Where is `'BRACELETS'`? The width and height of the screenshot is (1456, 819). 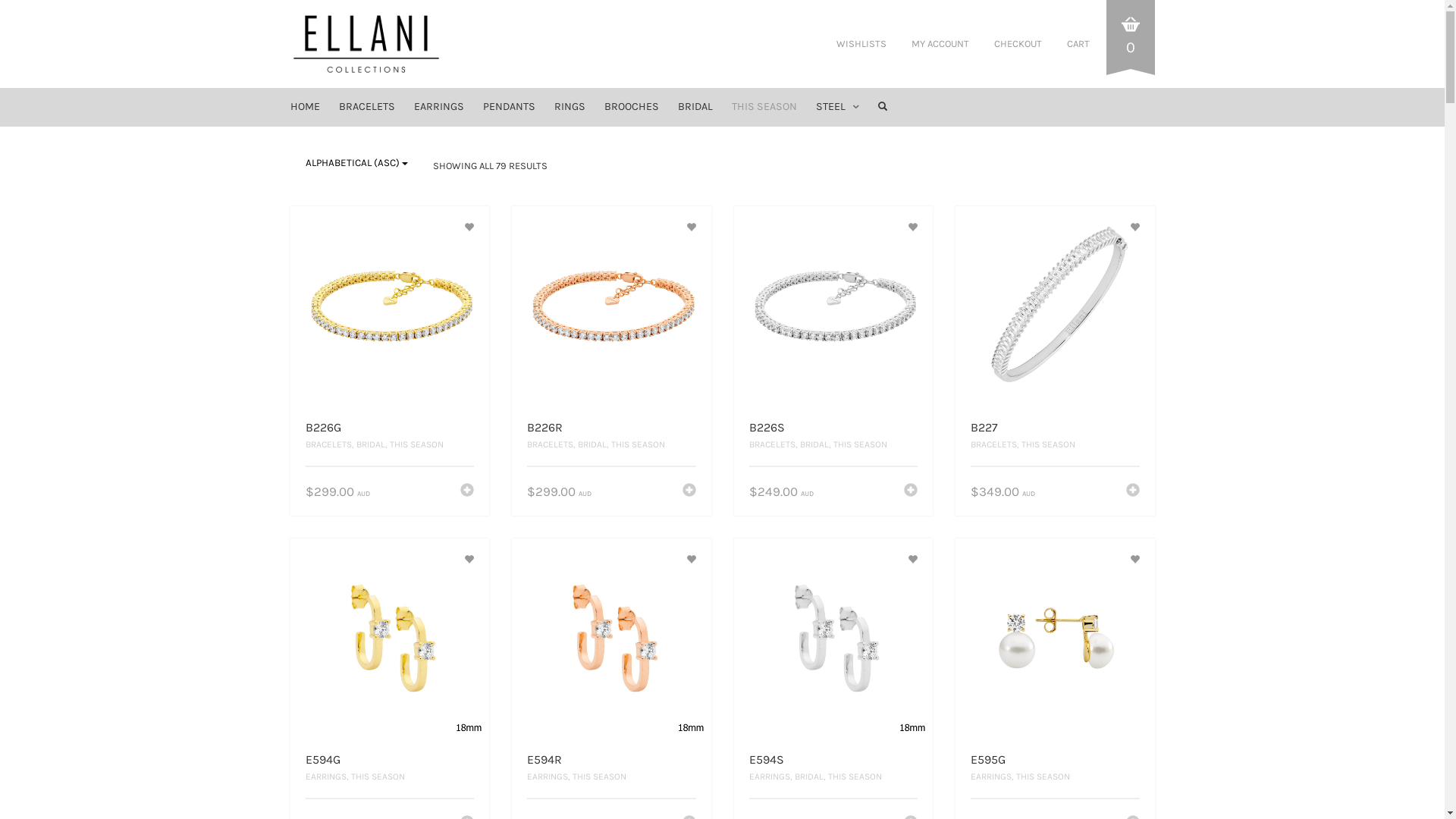
'BRACELETS' is located at coordinates (330, 106).